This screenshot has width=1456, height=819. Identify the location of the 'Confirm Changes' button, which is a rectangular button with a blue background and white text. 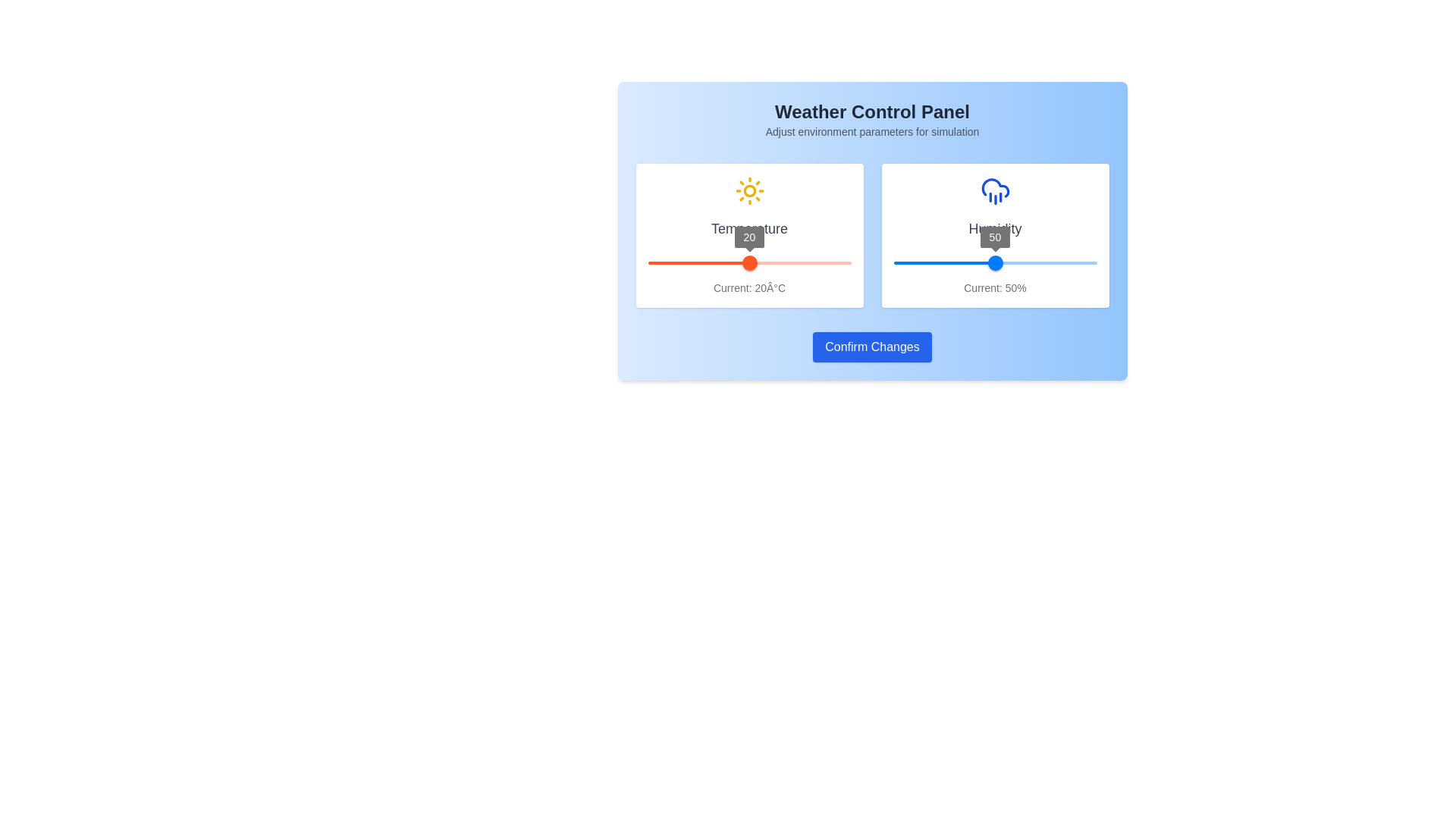
(872, 347).